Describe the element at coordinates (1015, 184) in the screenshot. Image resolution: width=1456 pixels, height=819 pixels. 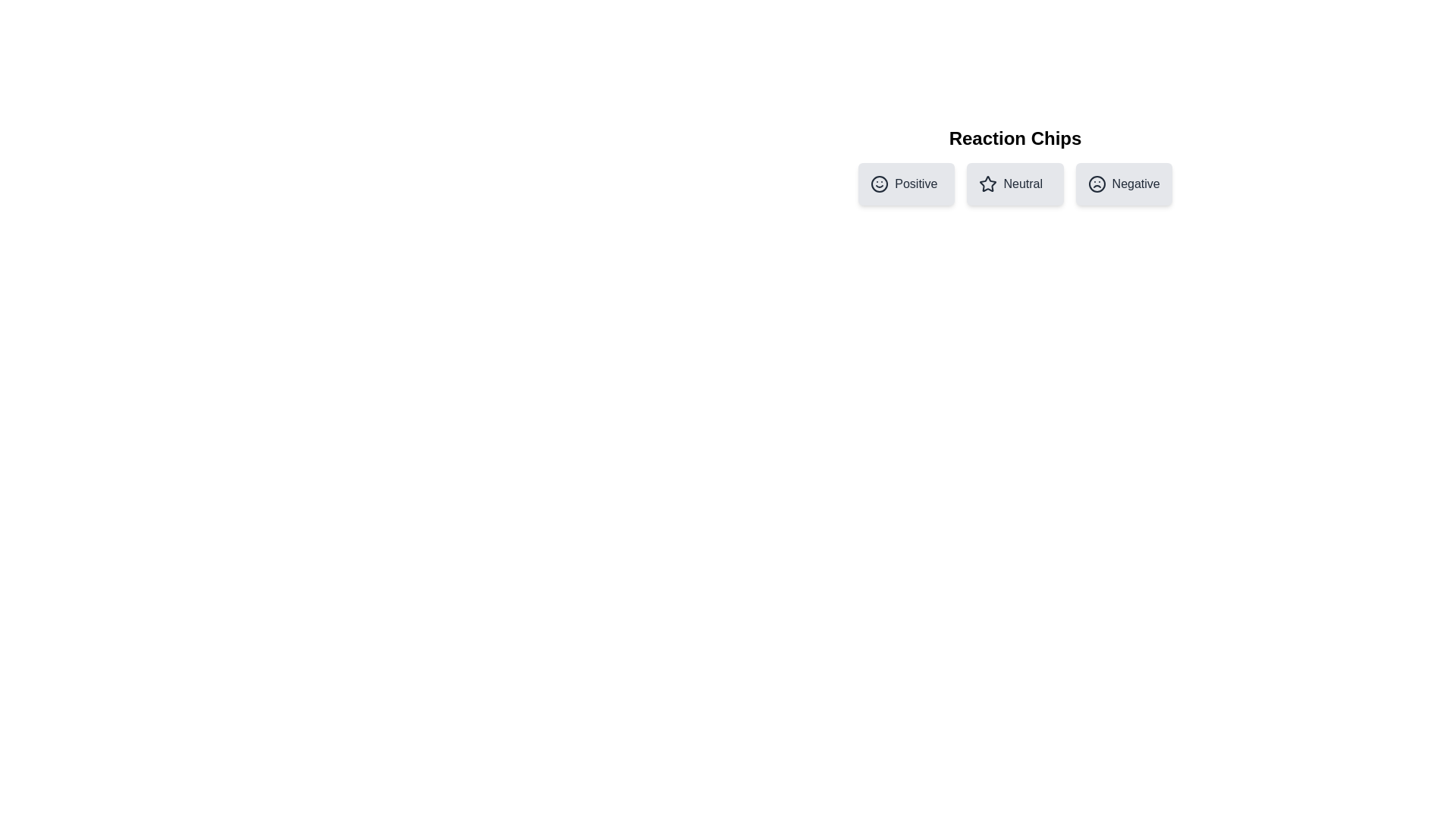
I see `the chip labeled Neutral` at that location.